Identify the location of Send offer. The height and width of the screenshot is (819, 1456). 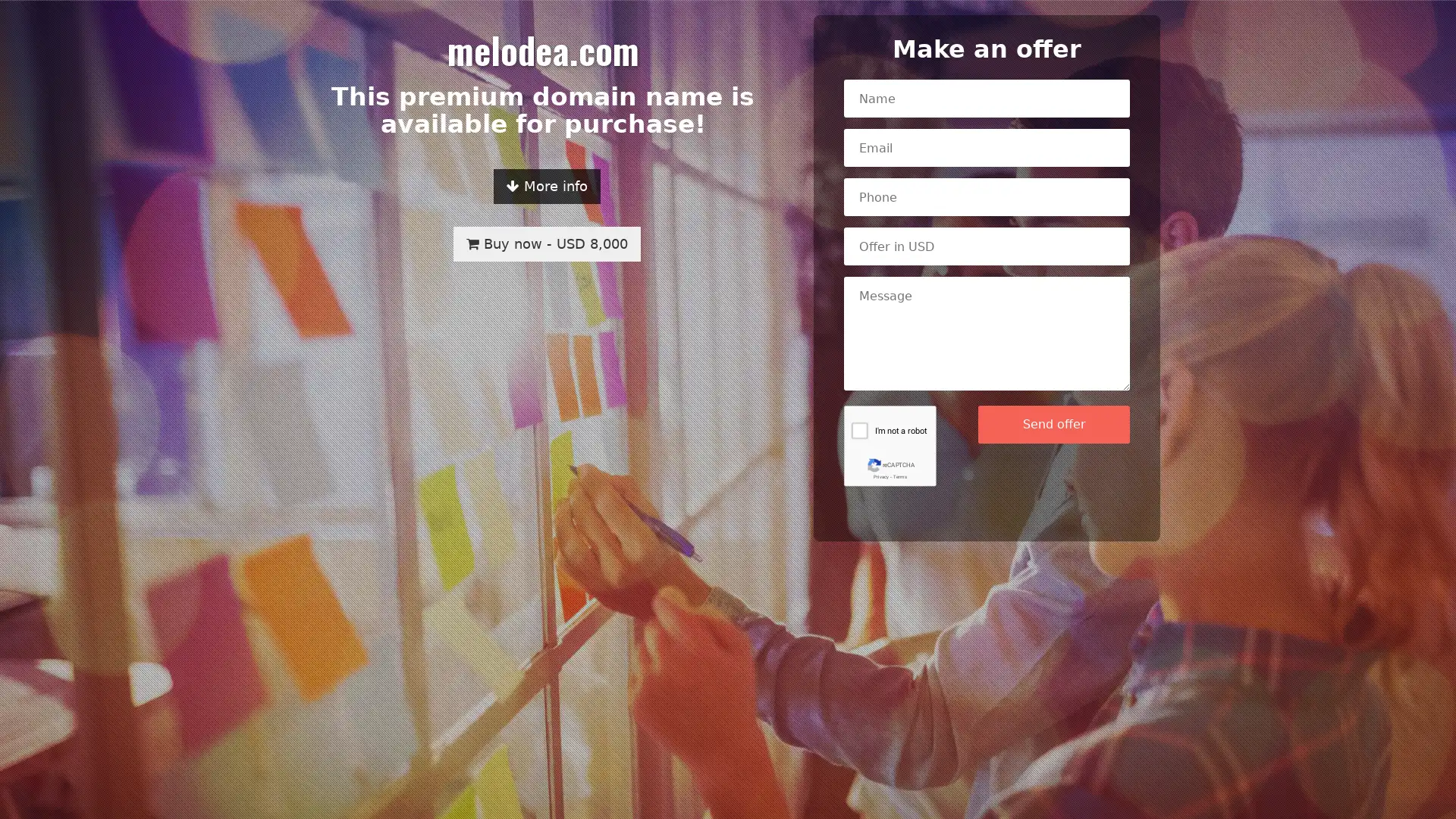
(1053, 424).